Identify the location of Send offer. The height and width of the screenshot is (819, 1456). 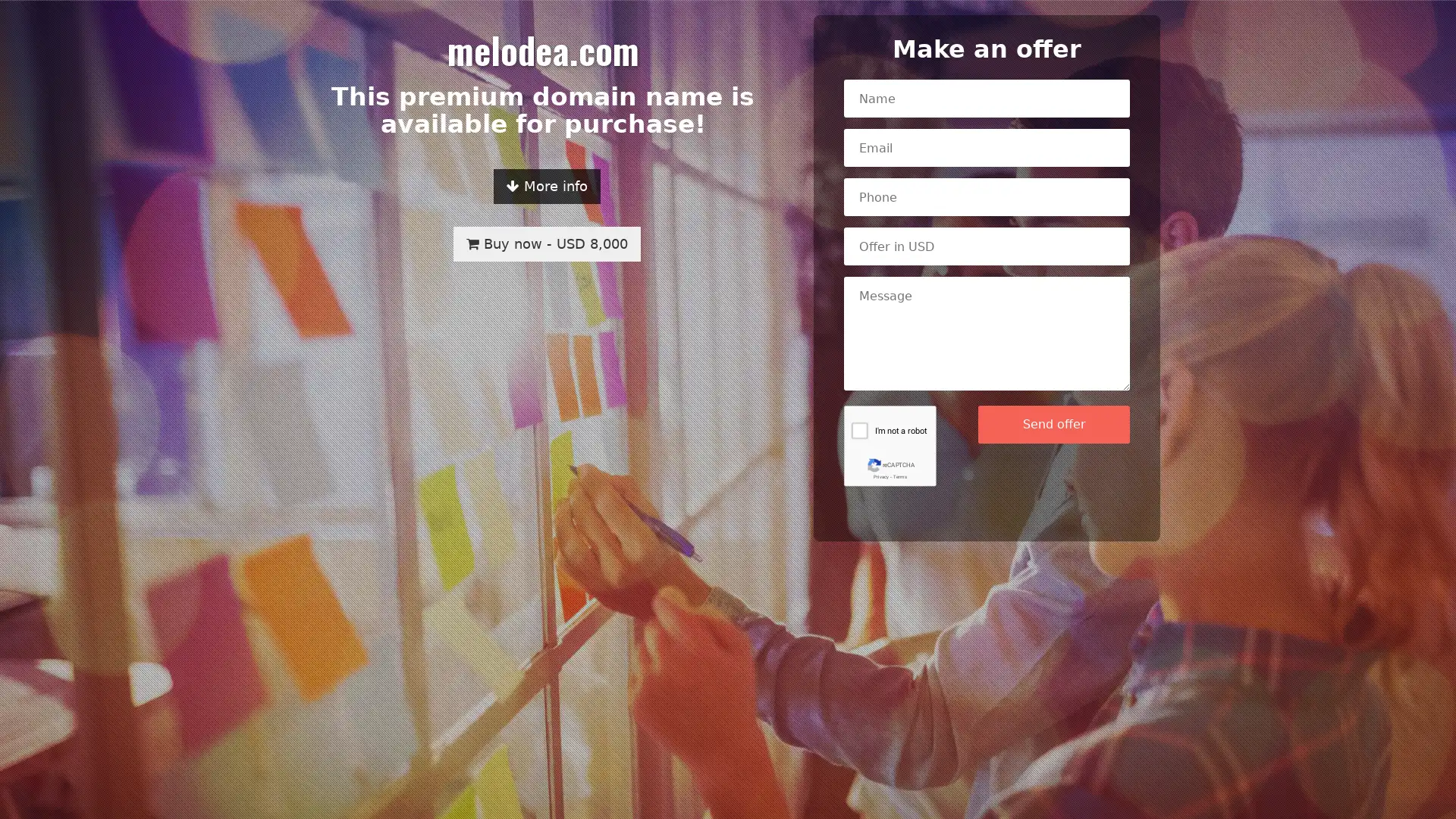
(1053, 424).